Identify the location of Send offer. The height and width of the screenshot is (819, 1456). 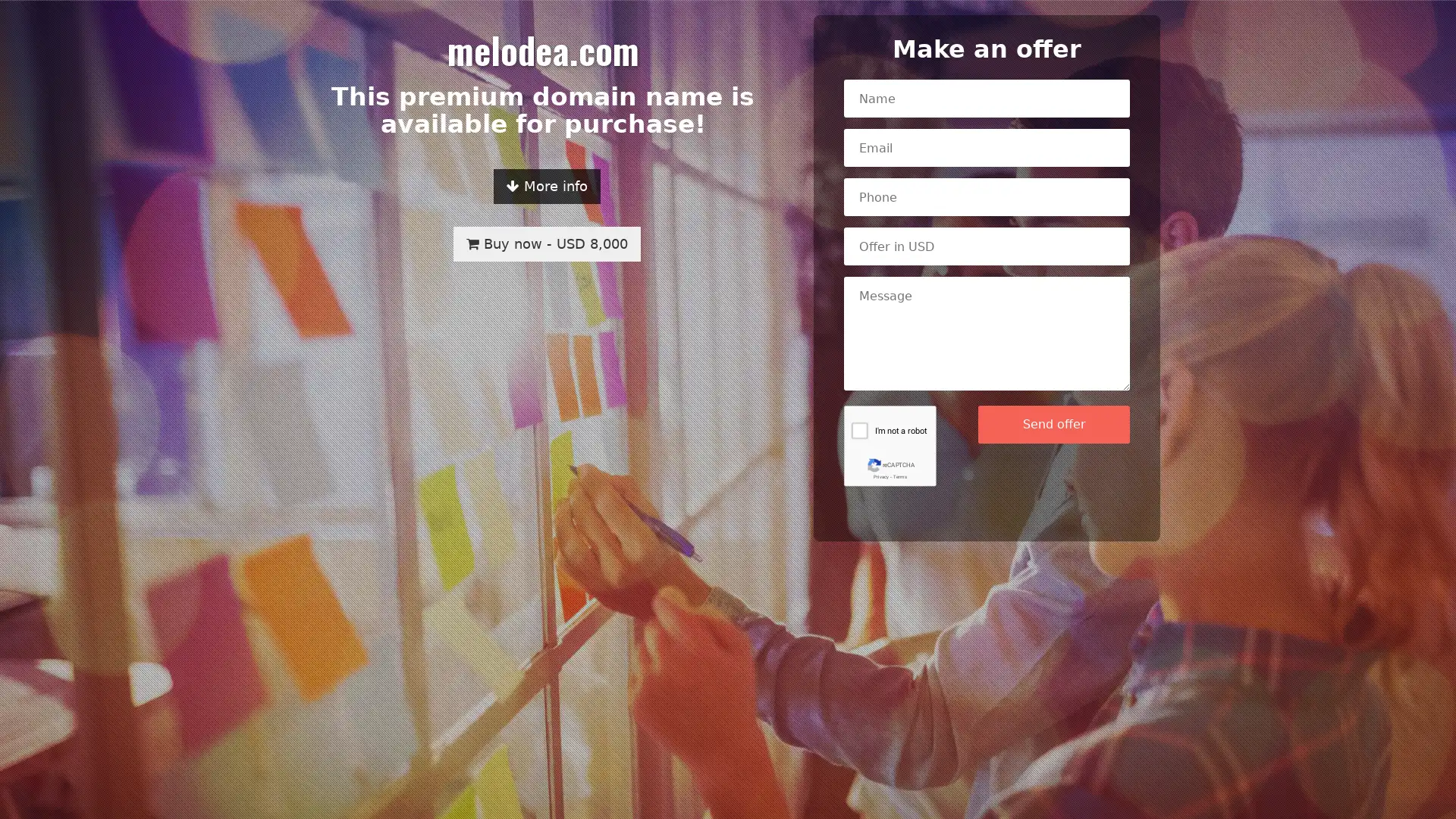
(1053, 424).